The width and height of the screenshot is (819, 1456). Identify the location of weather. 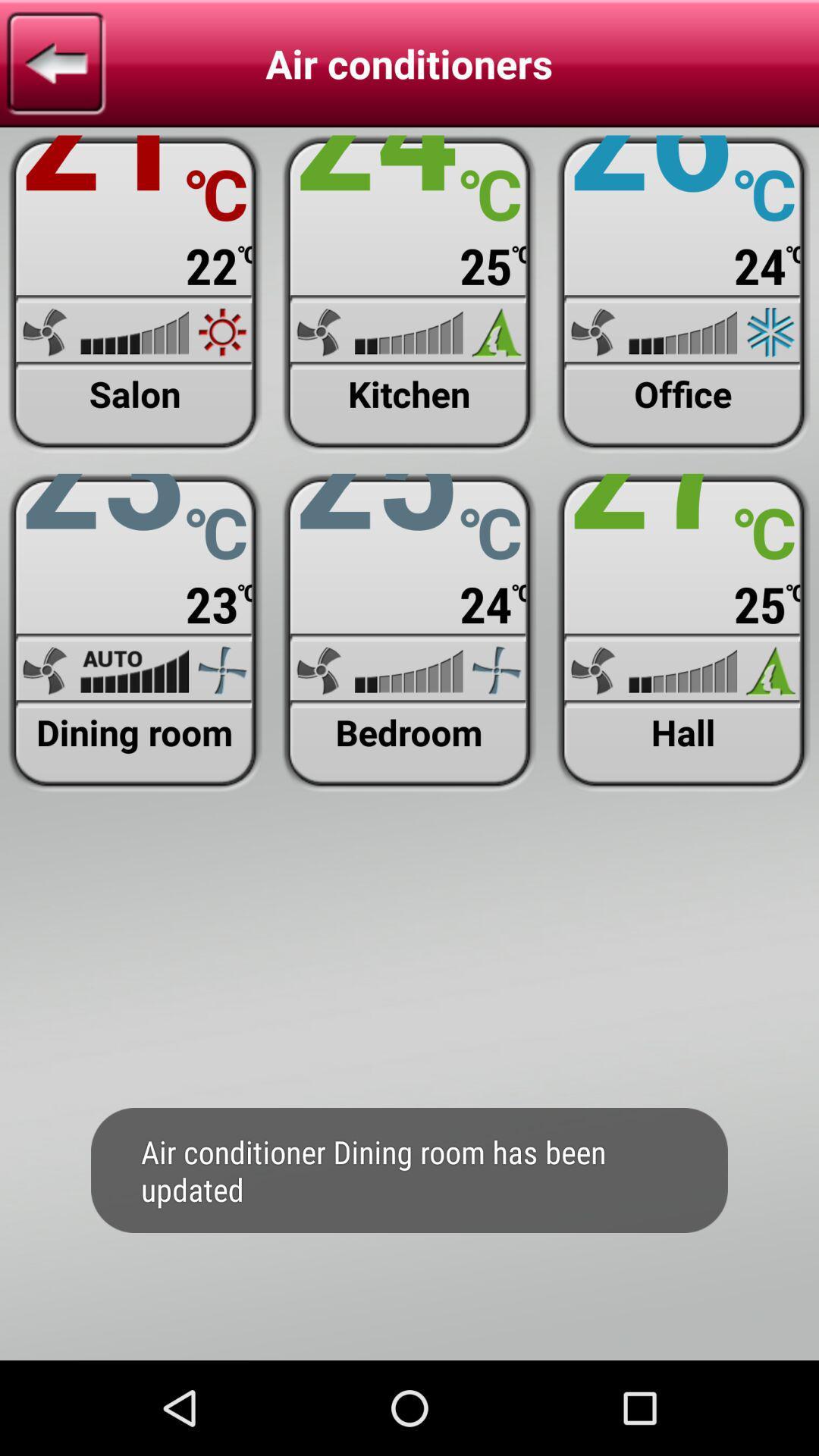
(683, 294).